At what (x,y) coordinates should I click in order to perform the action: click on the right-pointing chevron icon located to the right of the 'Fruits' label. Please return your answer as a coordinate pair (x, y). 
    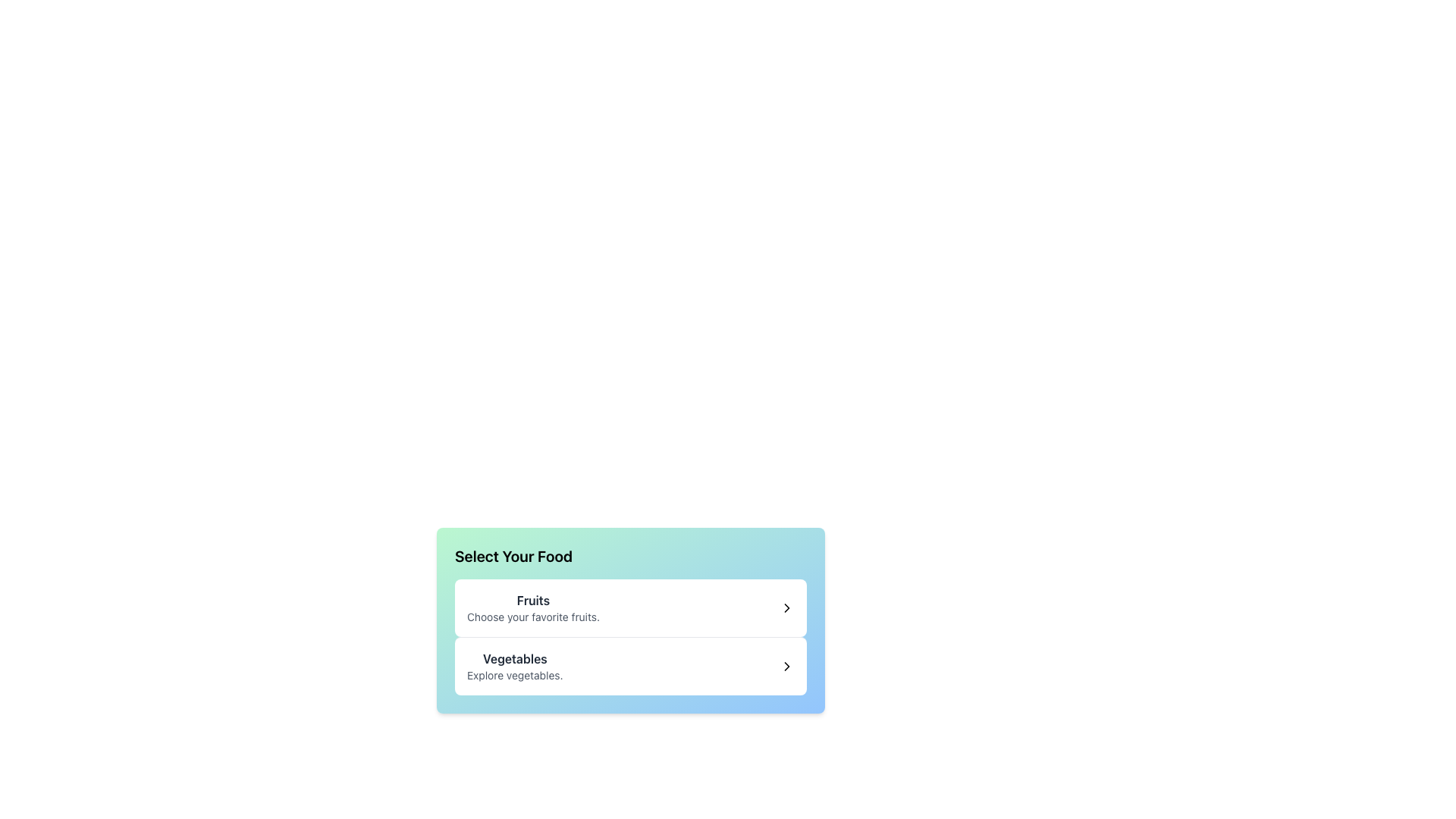
    Looking at the image, I should click on (786, 607).